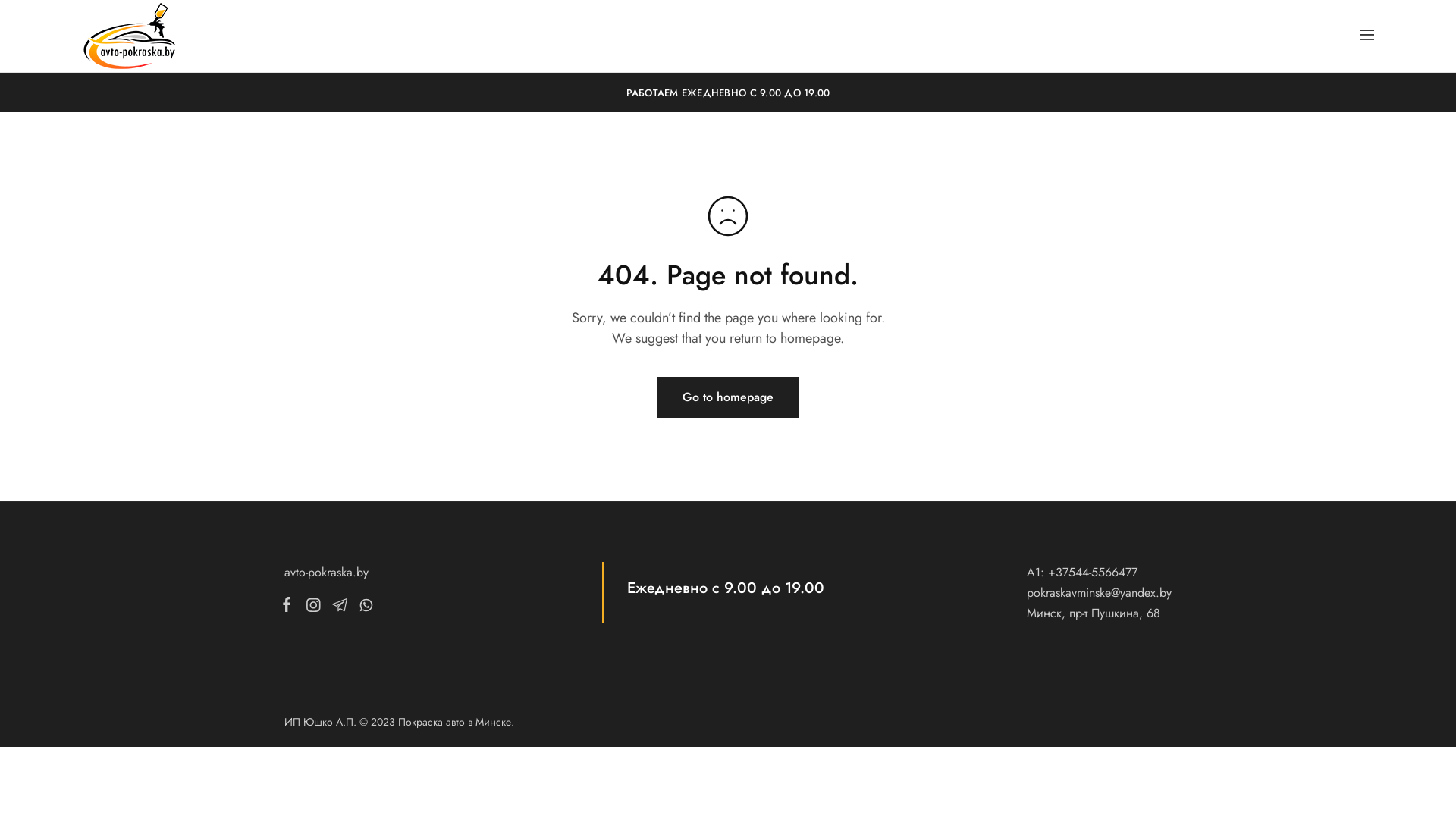  I want to click on 'avto-pokraska.by', so click(81, 46).